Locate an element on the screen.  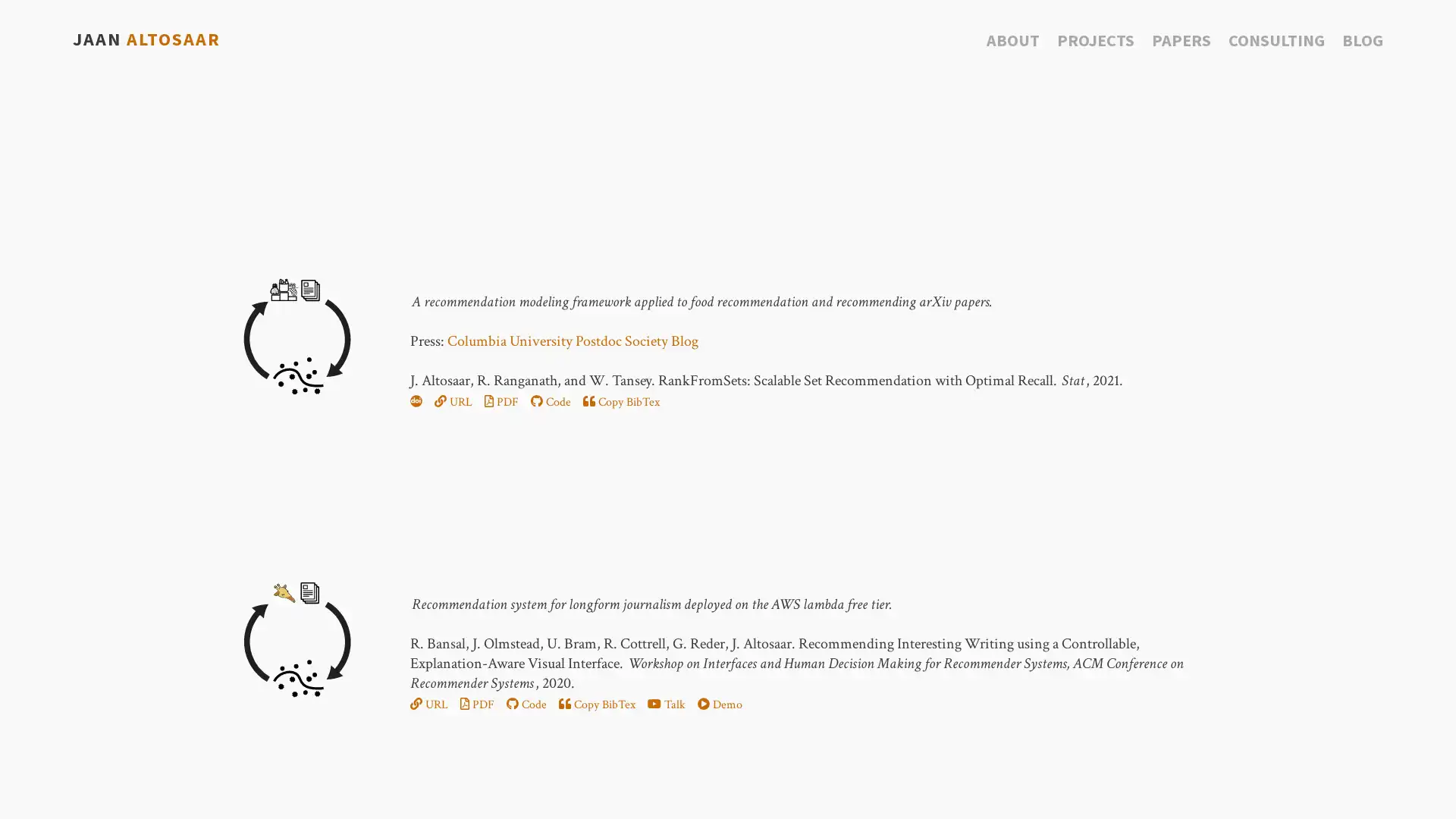
Copy BibTex is located at coordinates (620, 402).